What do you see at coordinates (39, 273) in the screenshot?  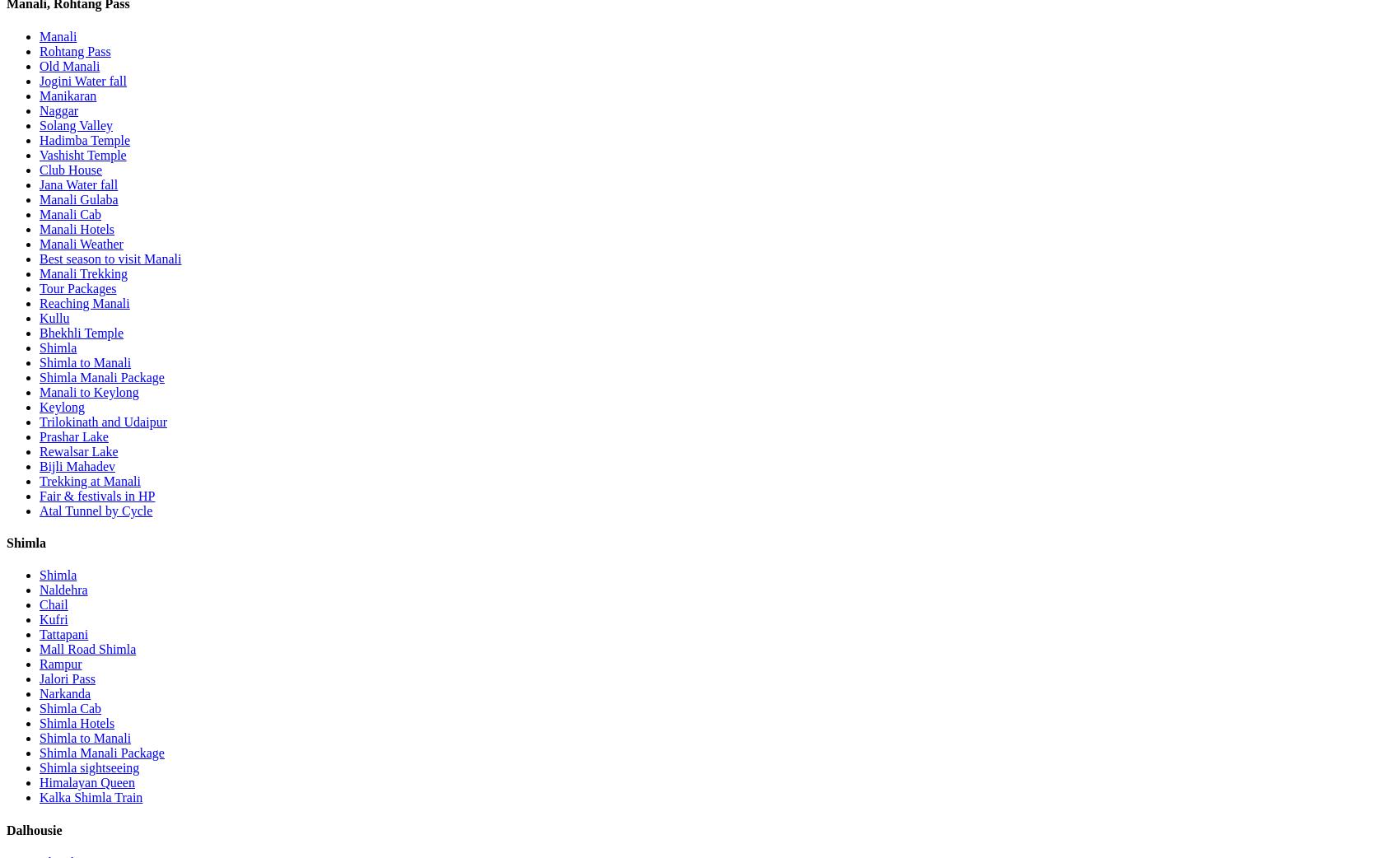 I see `'Manali Trekking'` at bounding box center [39, 273].